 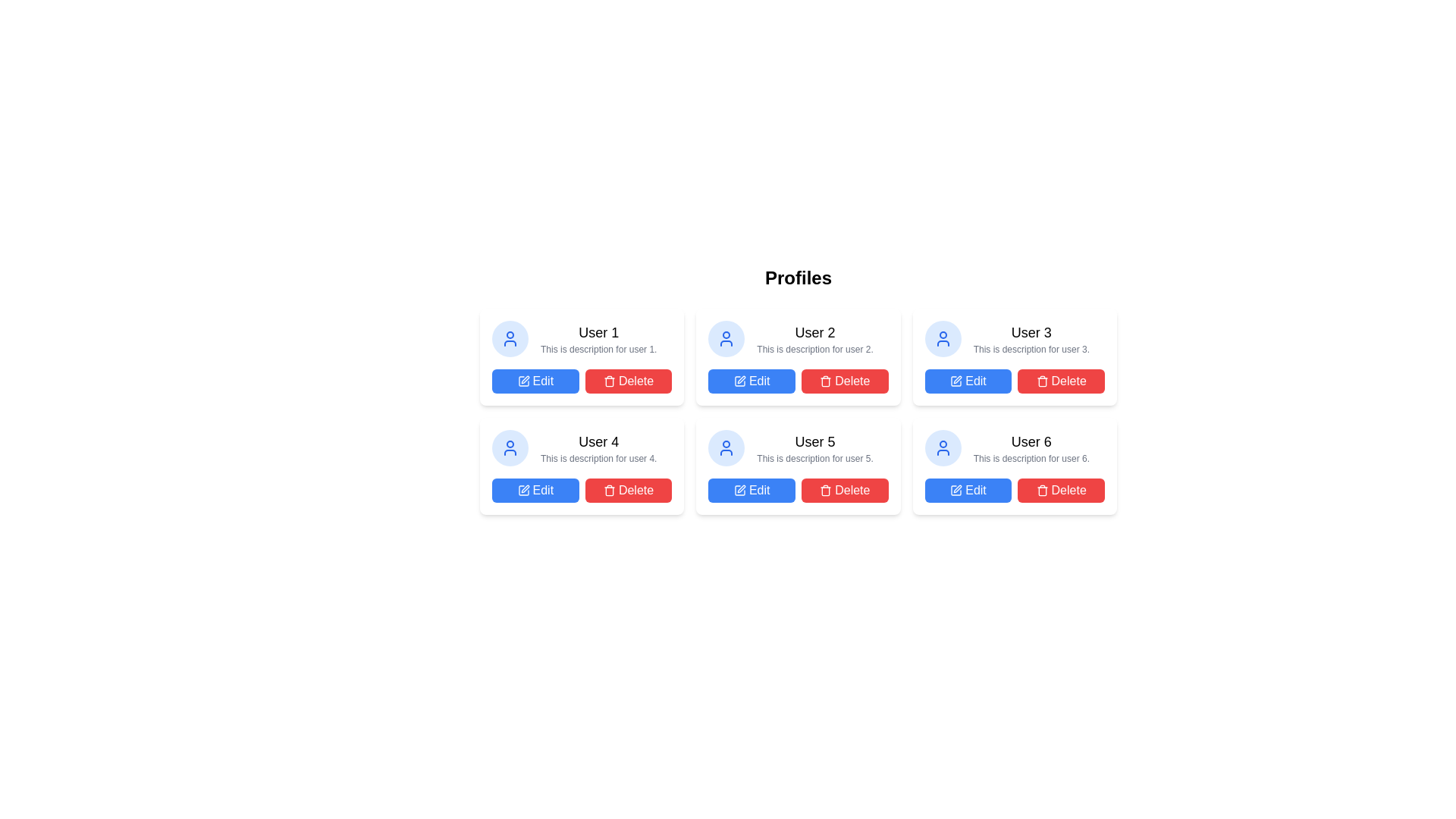 I want to click on the 'Edit' button which contains a small pen icon, located under 'User 6' in the user profiles grid, so click(x=955, y=491).